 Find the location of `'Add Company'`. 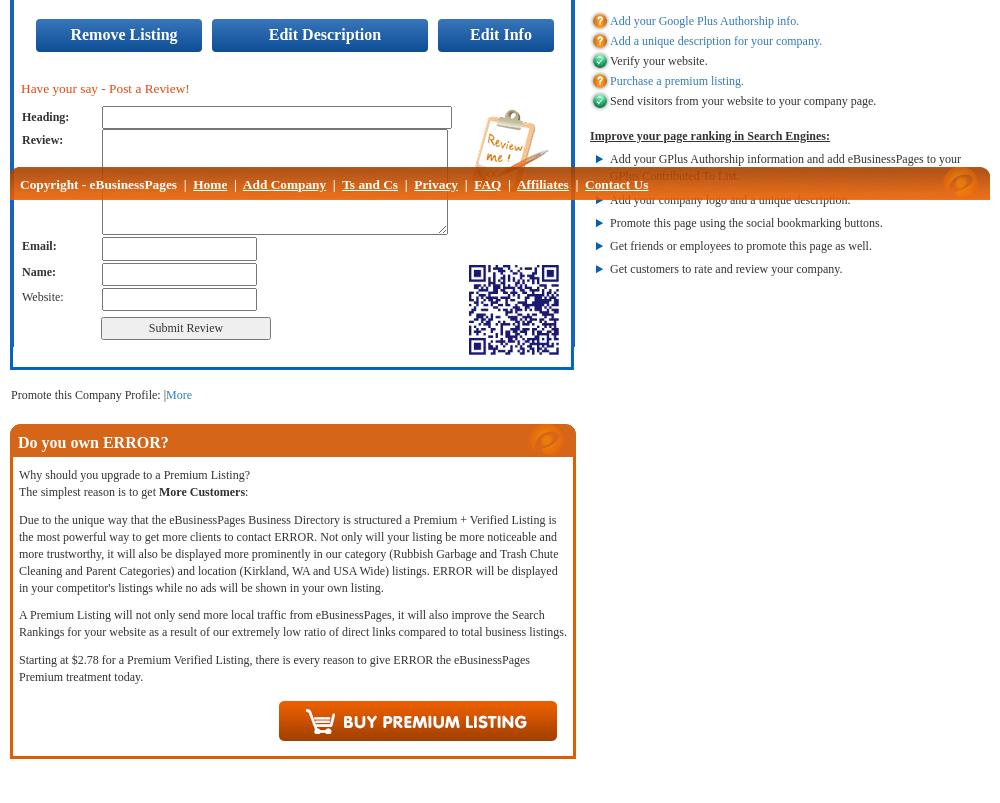

'Add Company' is located at coordinates (284, 184).